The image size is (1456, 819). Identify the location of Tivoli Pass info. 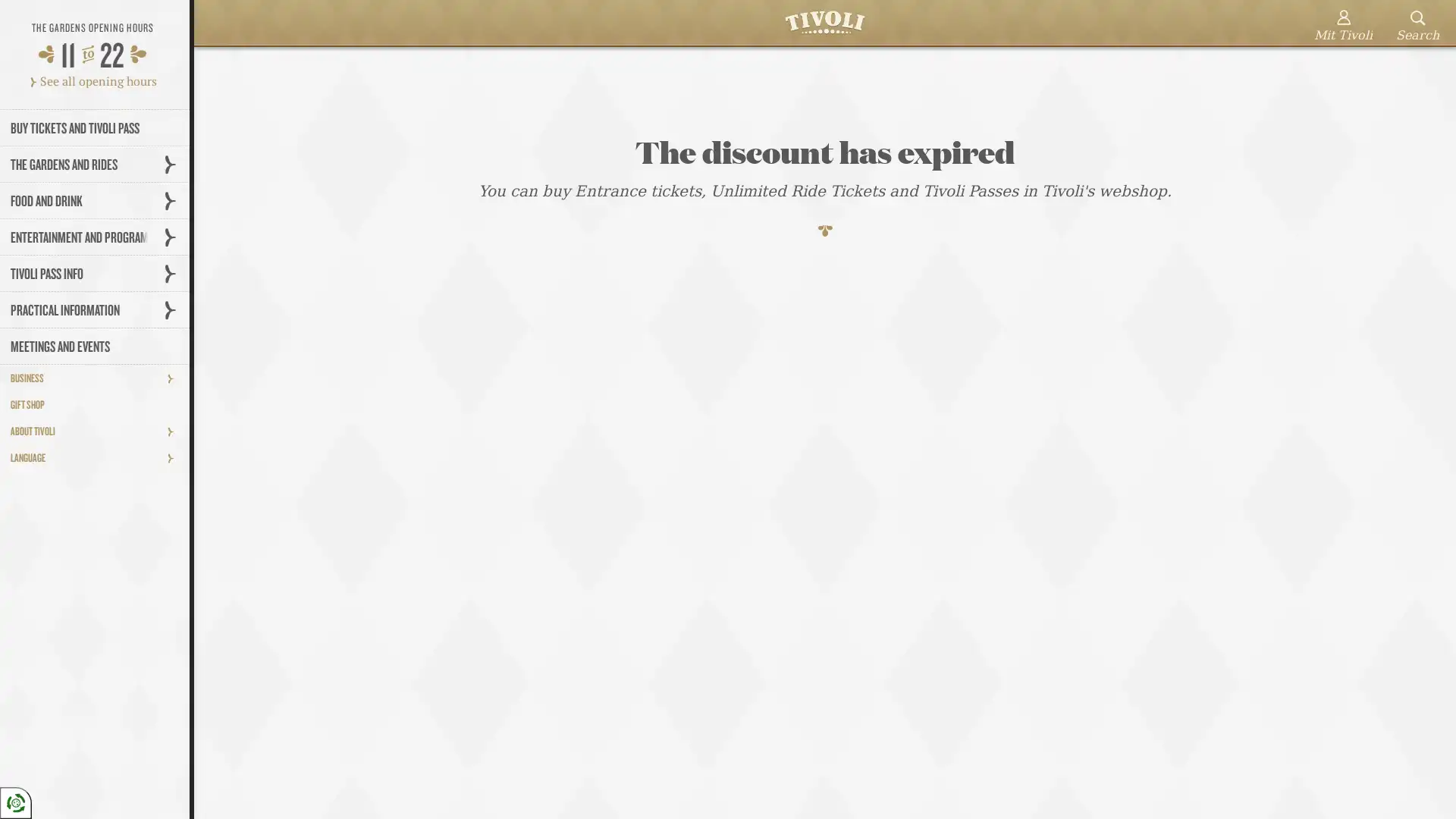
(174, 273).